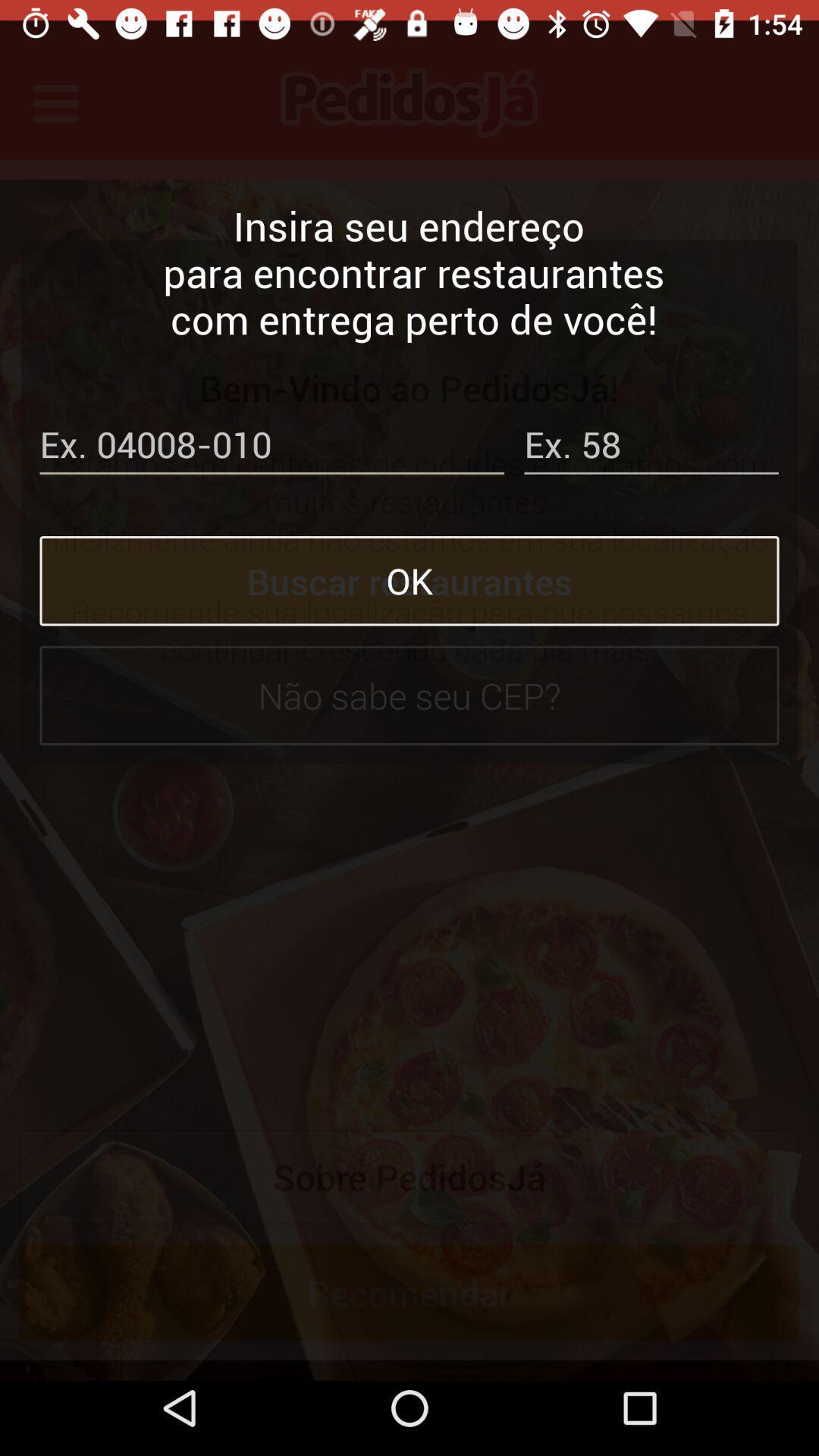 Image resolution: width=819 pixels, height=1456 pixels. I want to click on icon below the buscar restaurantes, so click(409, 674).